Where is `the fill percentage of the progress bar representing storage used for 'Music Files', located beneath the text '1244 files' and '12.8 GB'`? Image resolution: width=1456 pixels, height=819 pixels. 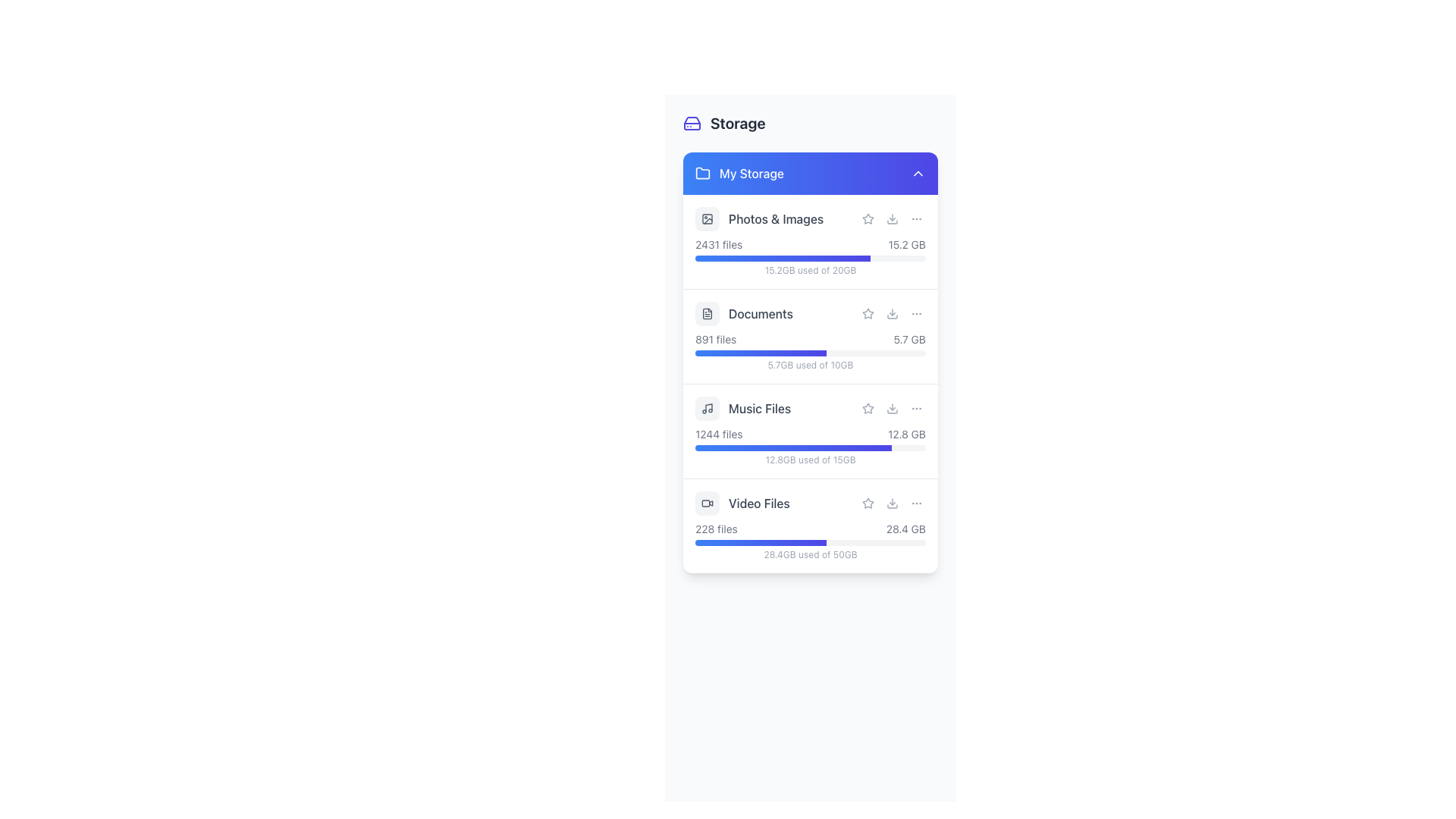 the fill percentage of the progress bar representing storage used for 'Music Files', located beneath the text '1244 files' and '12.8 GB' is located at coordinates (810, 447).